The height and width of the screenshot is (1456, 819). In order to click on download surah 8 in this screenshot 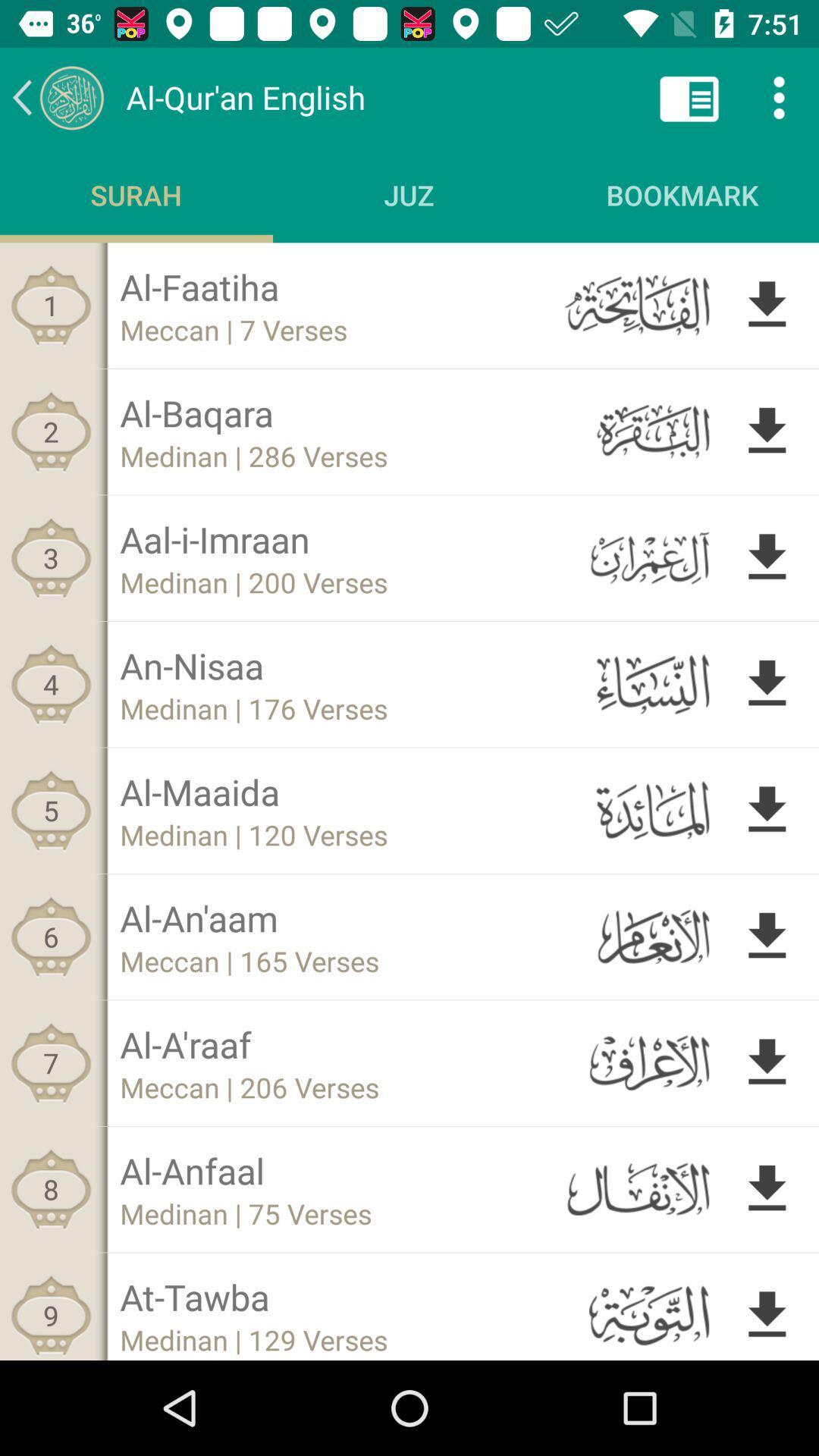, I will do `click(767, 1188)`.